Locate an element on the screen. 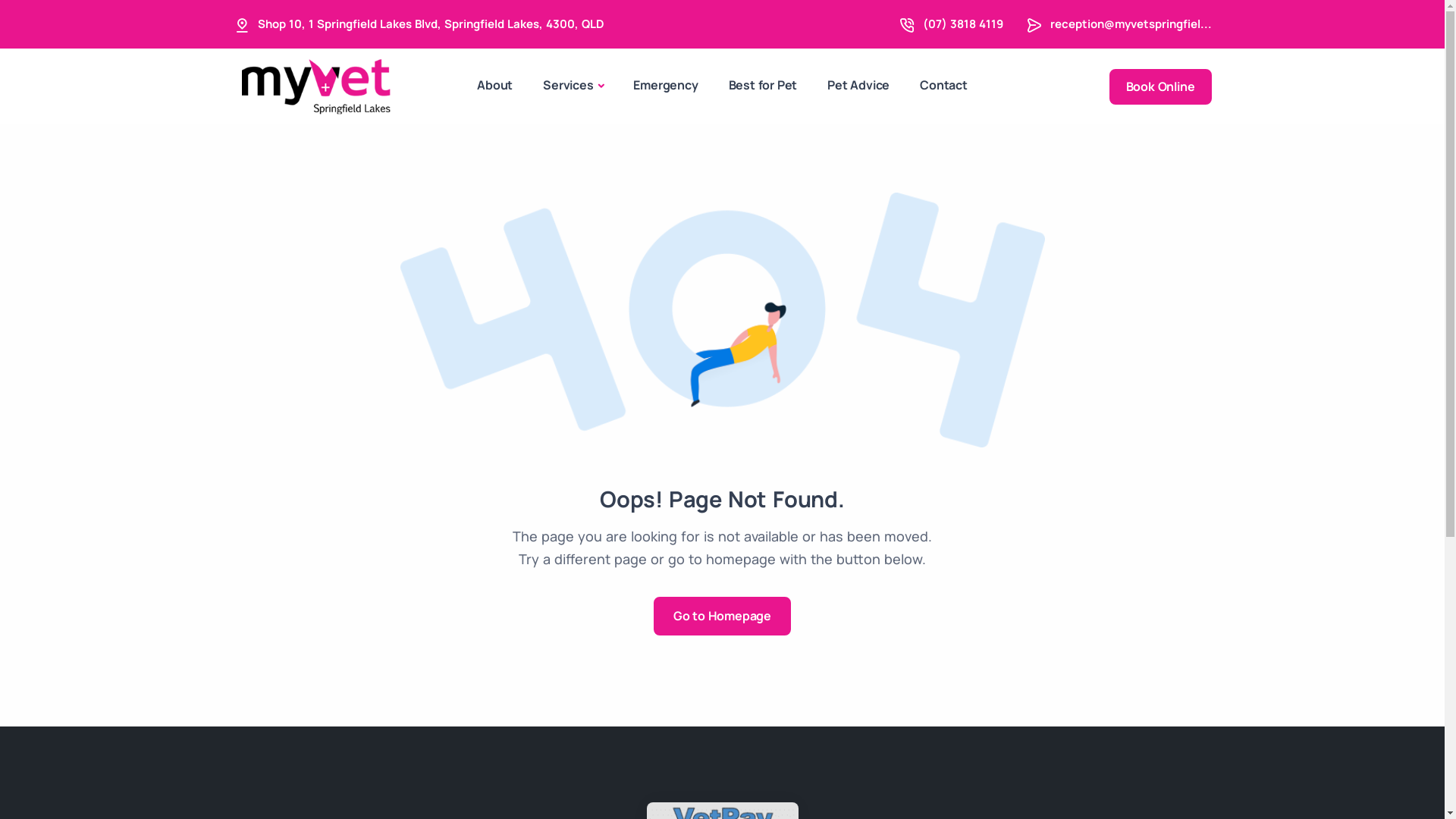 This screenshot has height=819, width=1456. 'Best for Pet' is located at coordinates (763, 85).